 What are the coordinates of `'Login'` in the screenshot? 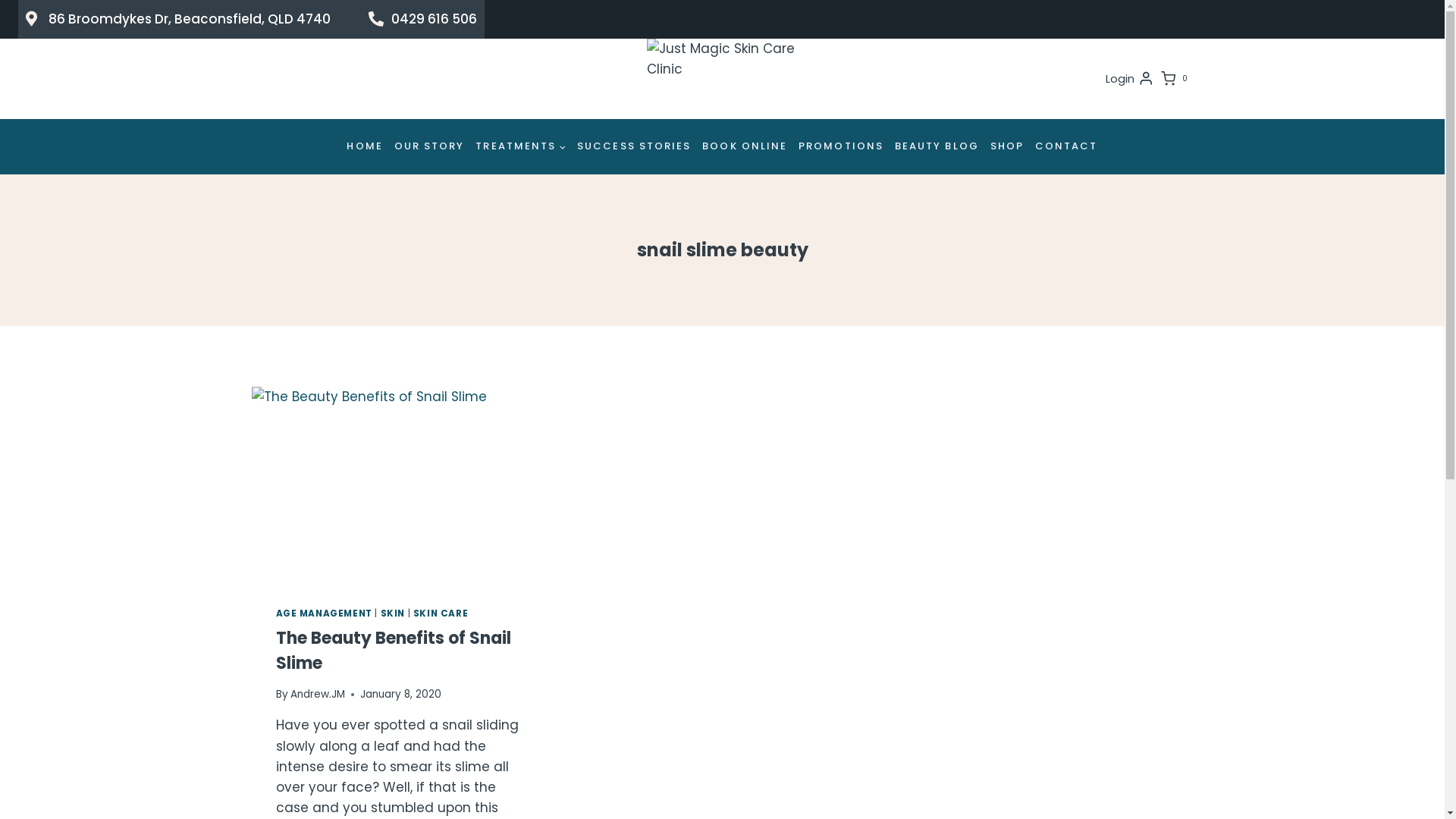 It's located at (1106, 79).